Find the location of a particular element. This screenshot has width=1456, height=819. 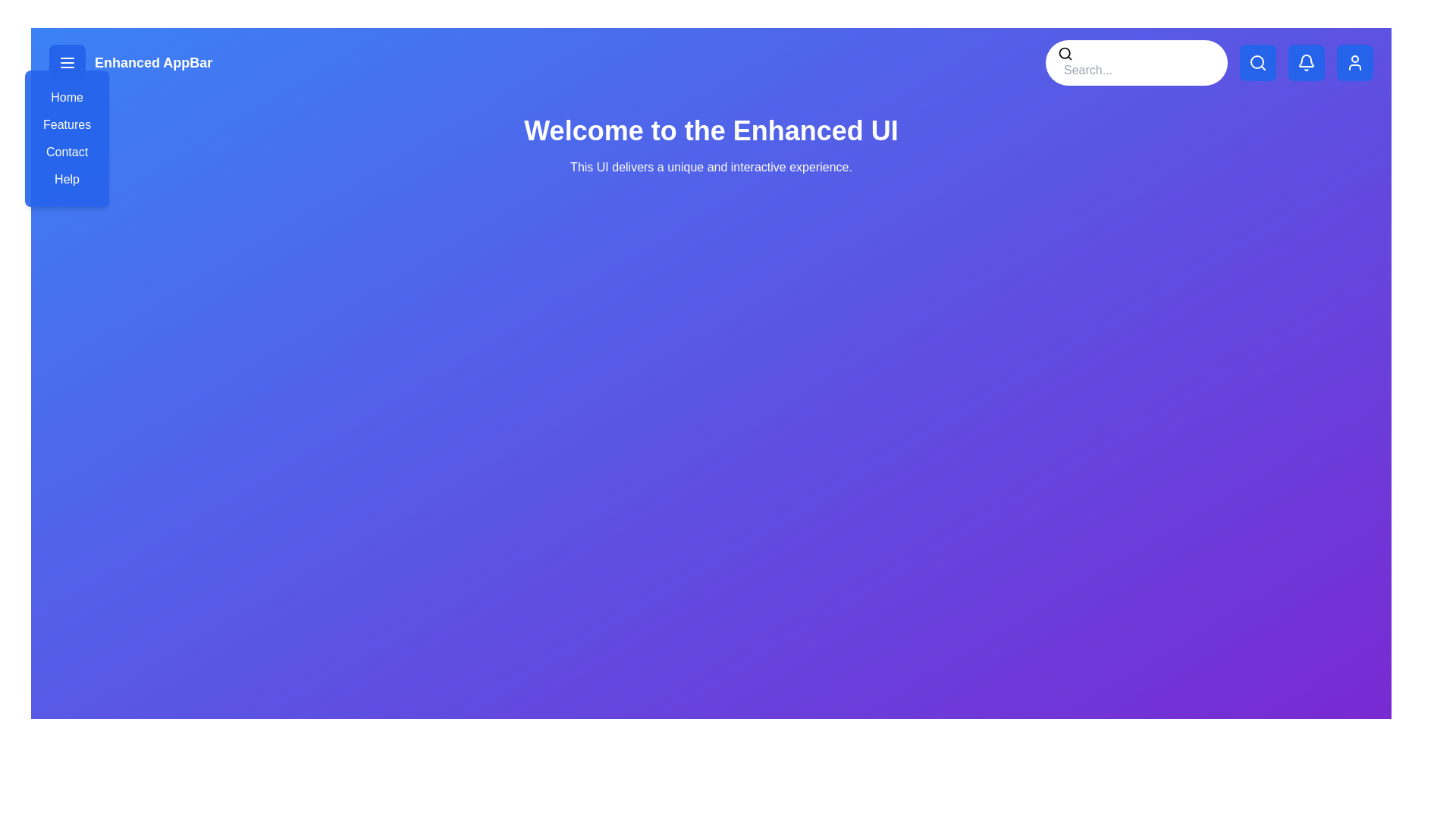

the menu item labeled Help is located at coordinates (65, 178).